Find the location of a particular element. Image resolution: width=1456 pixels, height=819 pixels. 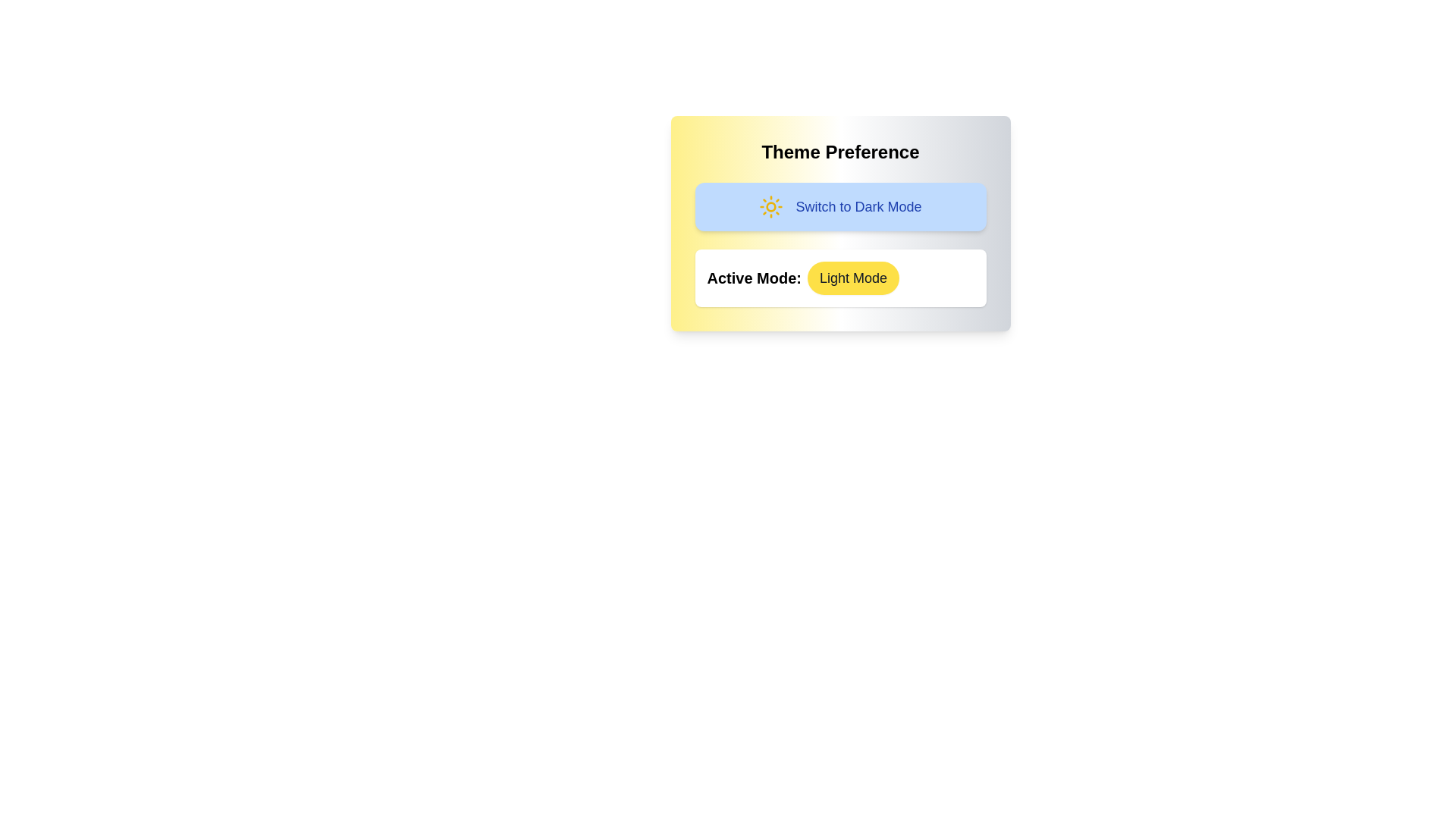

the heading element at the top of the card that indicates the content or functionality described below, which serves as the title for the card is located at coordinates (839, 152).